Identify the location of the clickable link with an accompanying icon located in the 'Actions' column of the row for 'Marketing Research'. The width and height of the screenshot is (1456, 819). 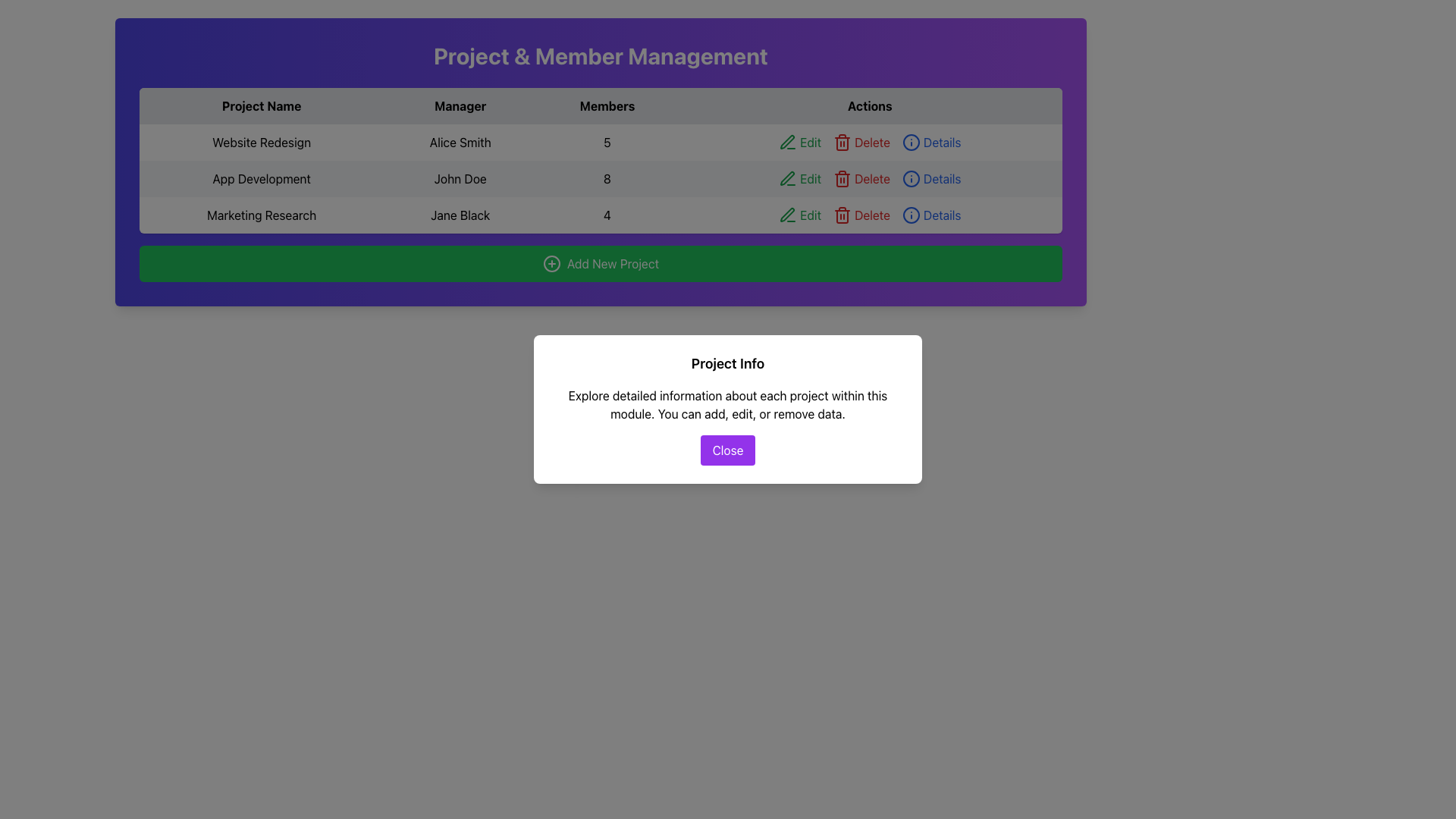
(930, 215).